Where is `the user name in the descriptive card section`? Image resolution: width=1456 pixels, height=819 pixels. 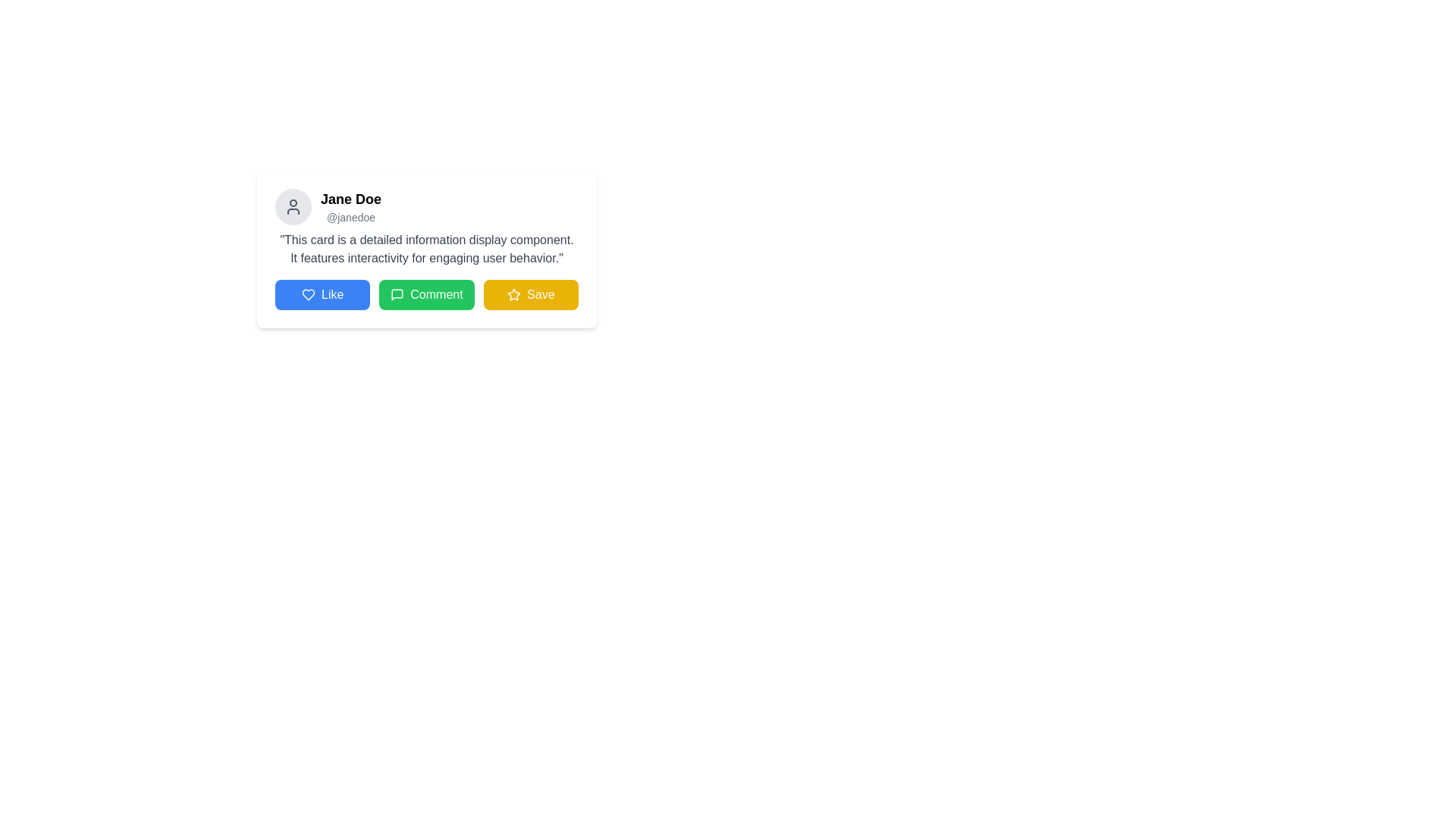 the user name in the descriptive card section is located at coordinates (425, 227).